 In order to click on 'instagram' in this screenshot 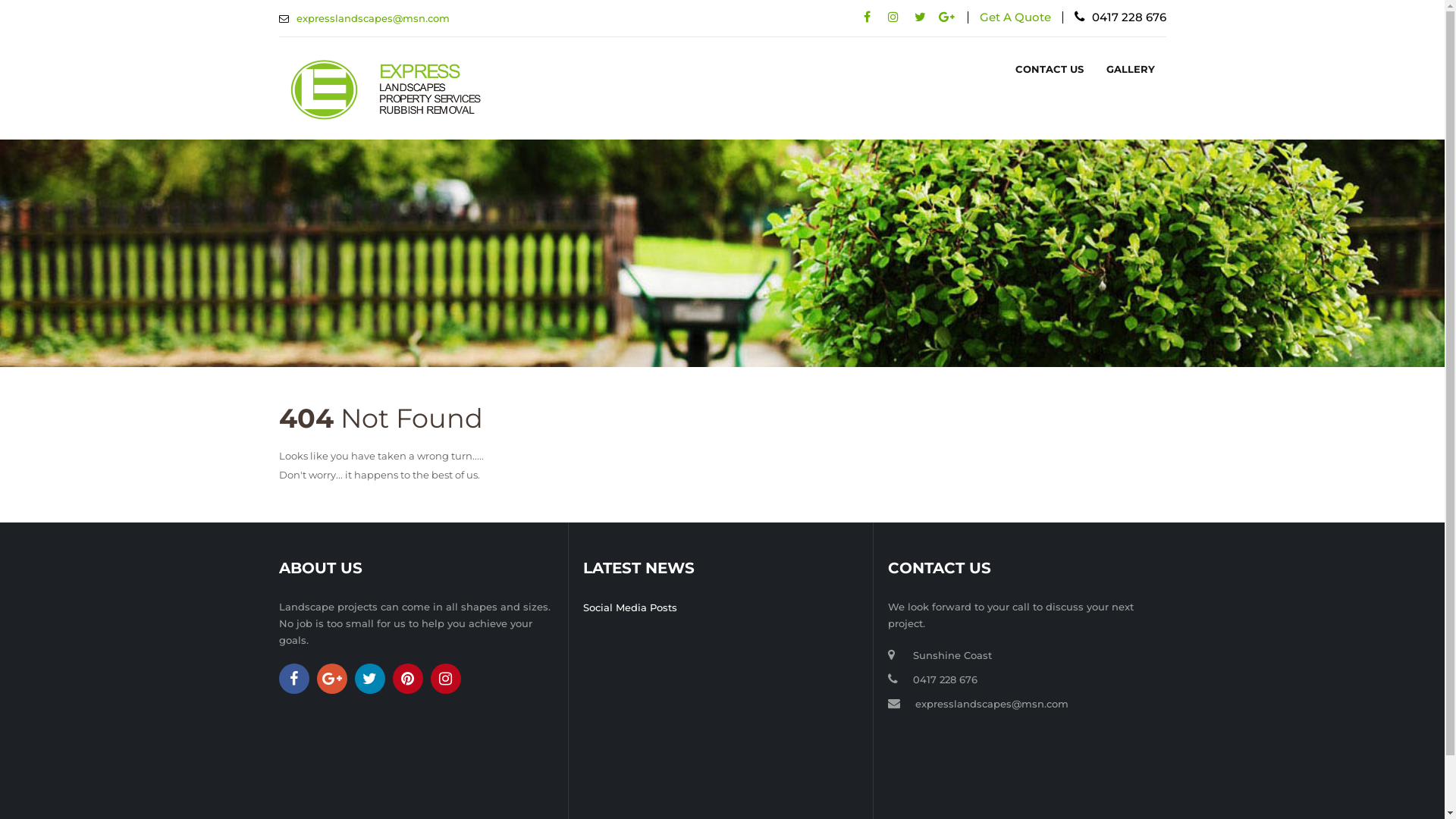, I will do `click(445, 677)`.